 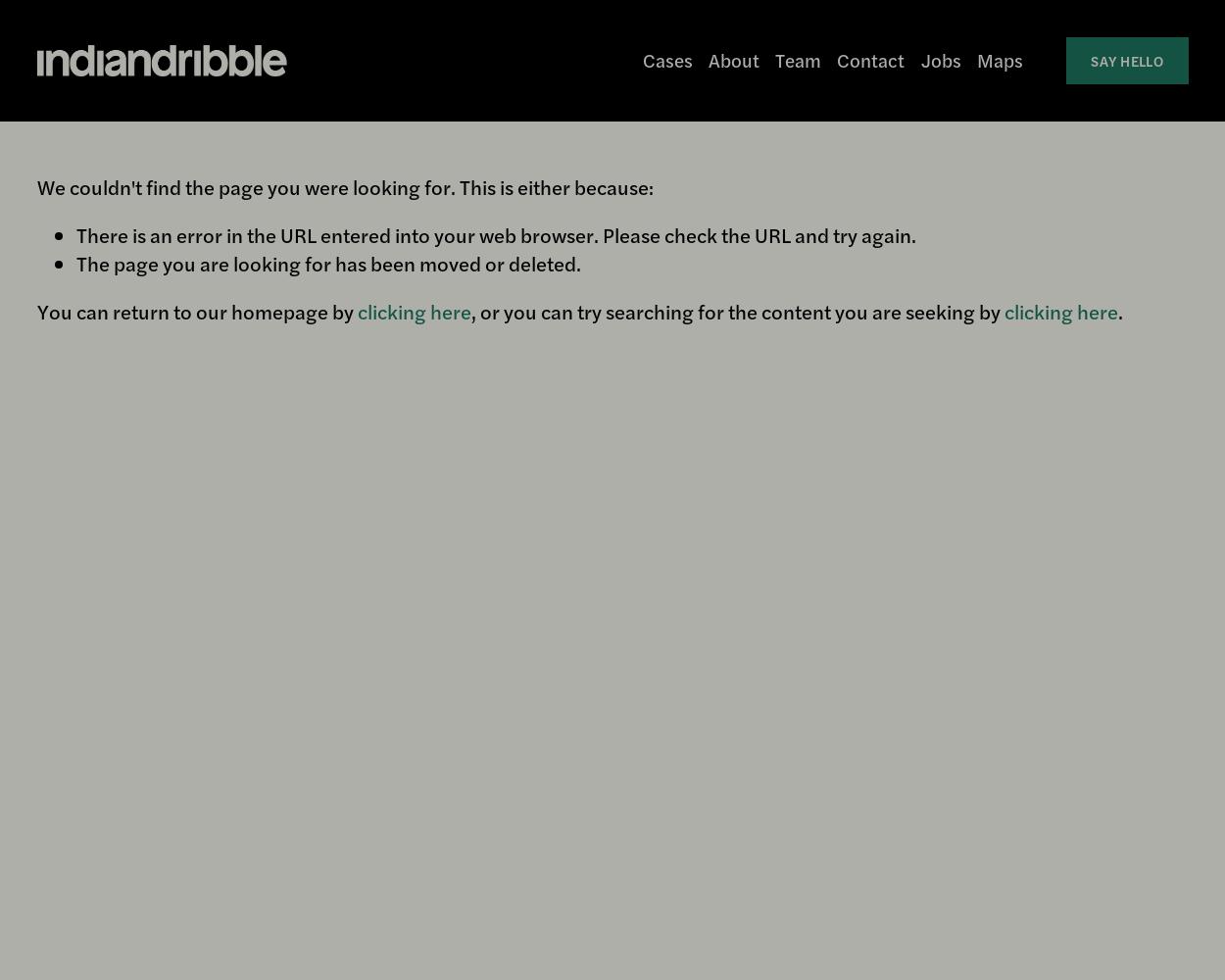 I want to click on ', or you can try searching for the
  content you are seeking by', so click(x=737, y=310).